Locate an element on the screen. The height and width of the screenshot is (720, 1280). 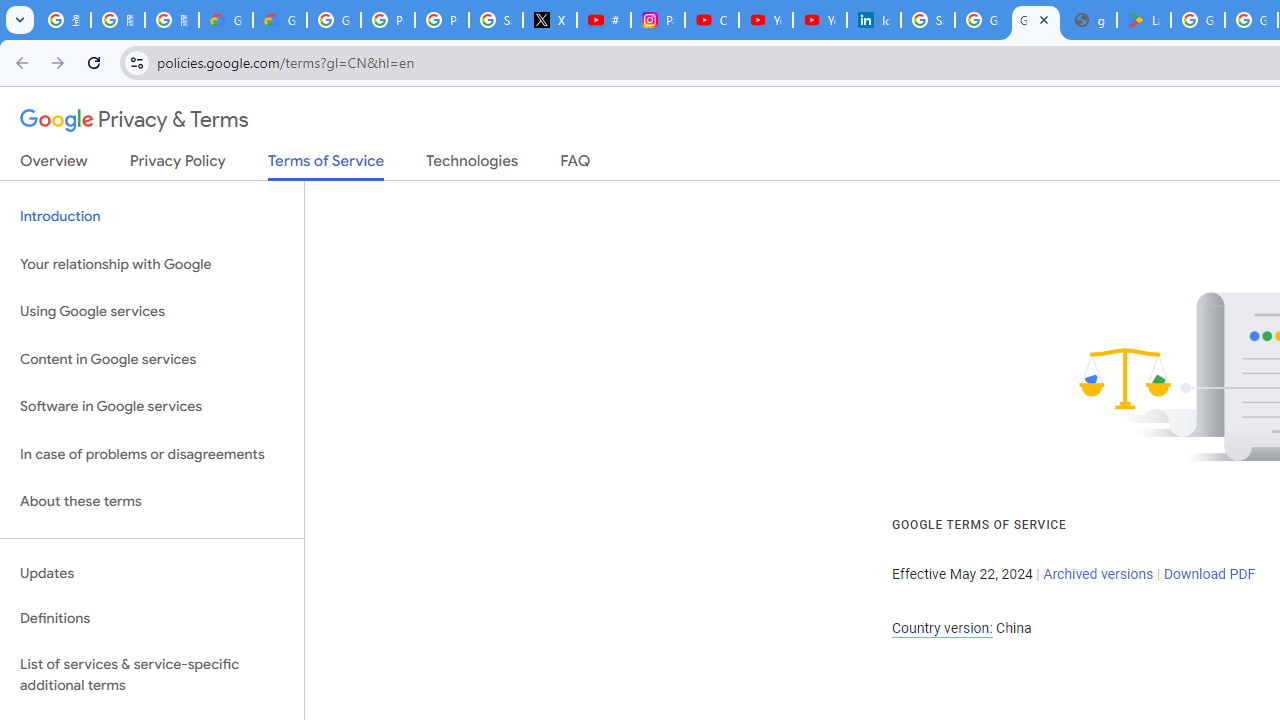
'Reload' is located at coordinates (93, 61).